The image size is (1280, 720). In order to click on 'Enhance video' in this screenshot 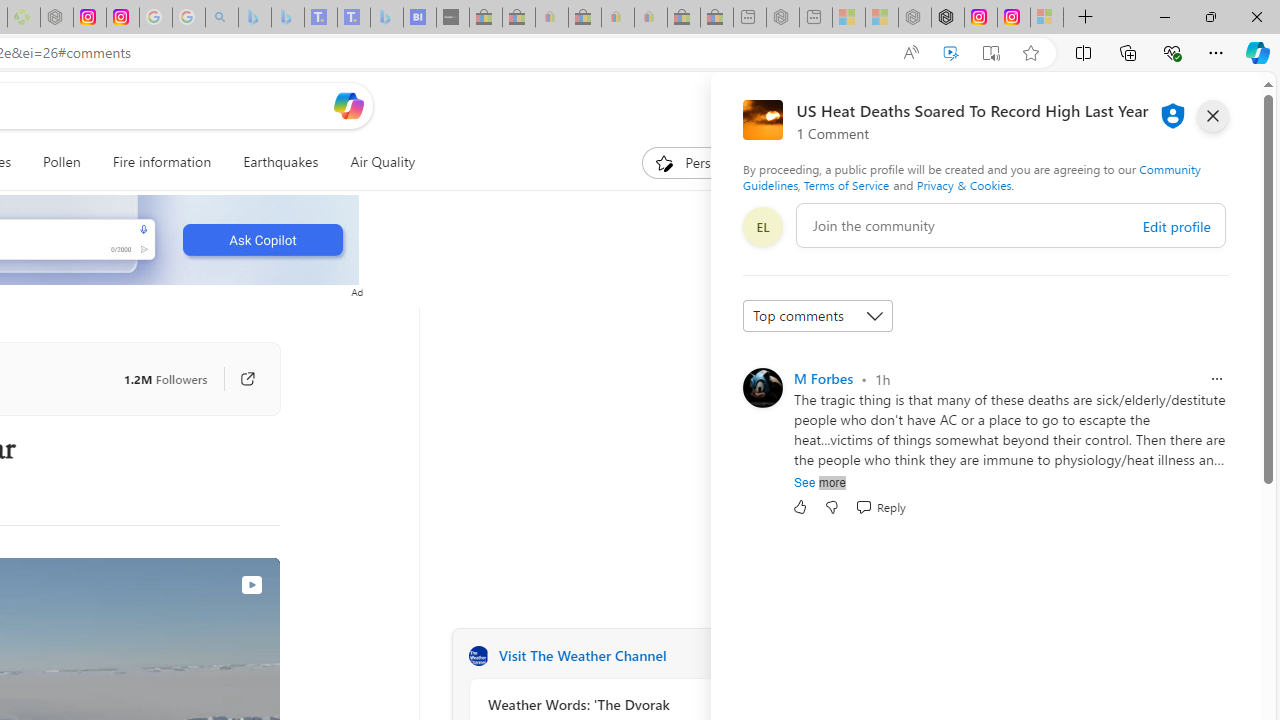, I will do `click(950, 52)`.